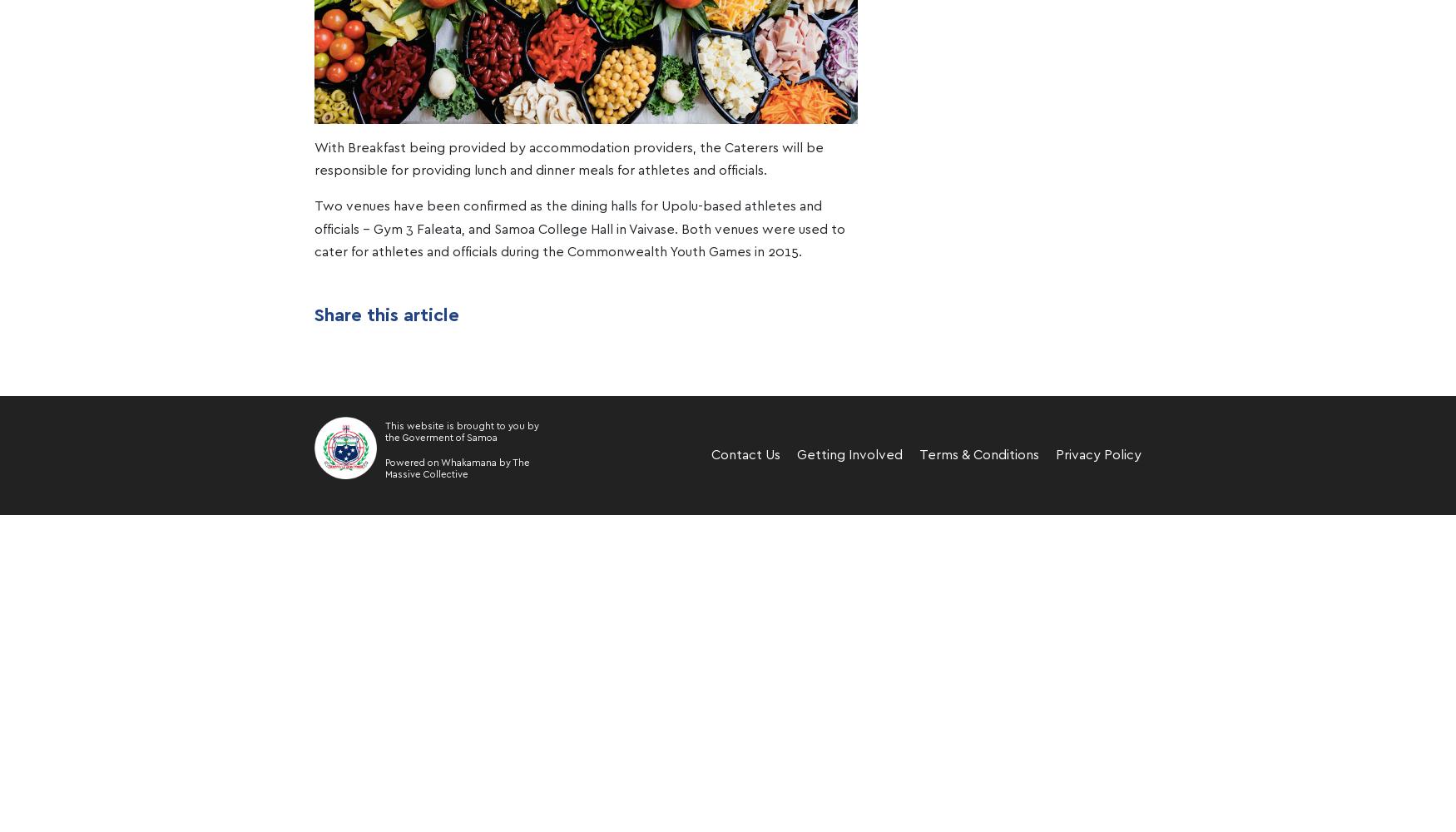  Describe the element at coordinates (457, 468) in the screenshot. I see `'The Massive Collective'` at that location.